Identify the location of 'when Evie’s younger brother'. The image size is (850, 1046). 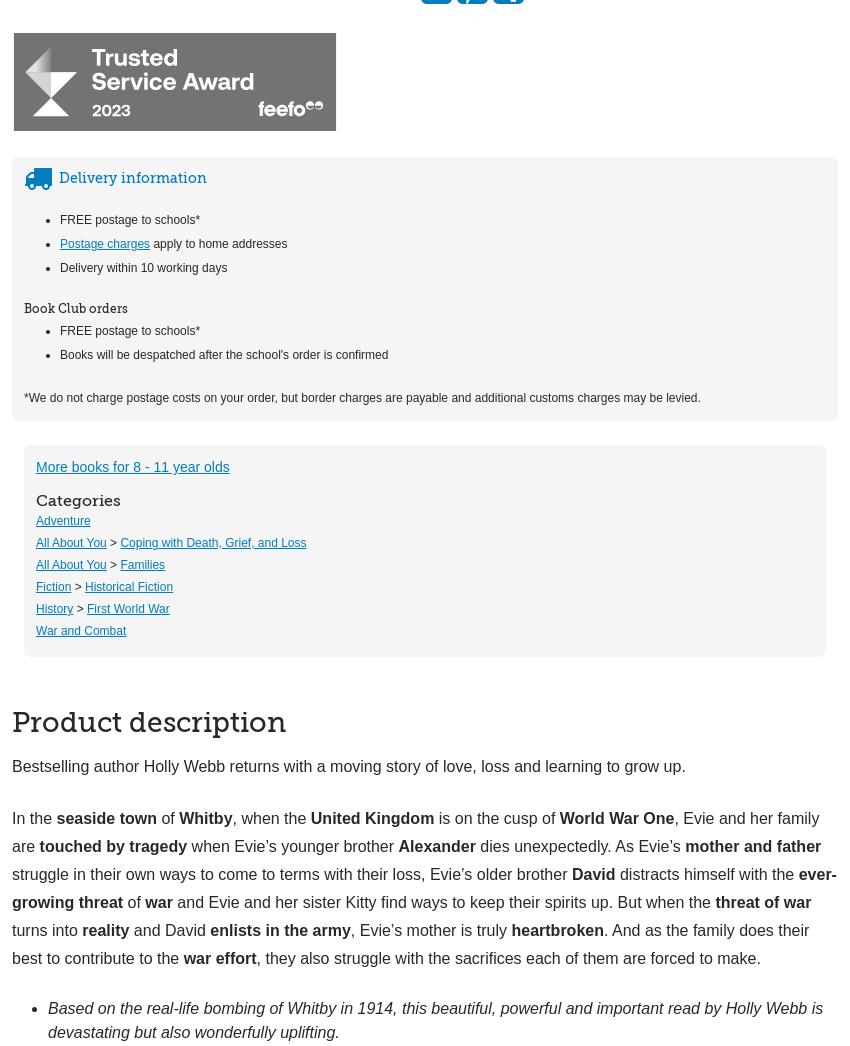
(291, 844).